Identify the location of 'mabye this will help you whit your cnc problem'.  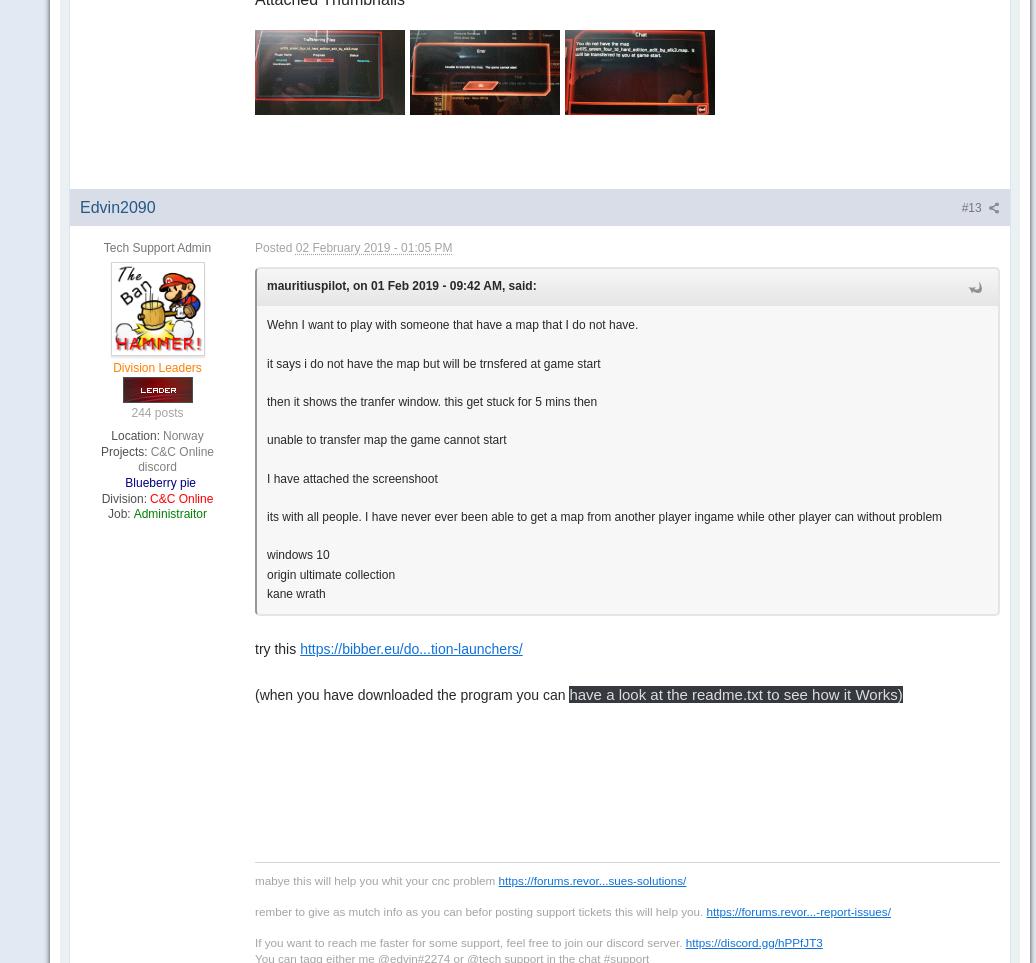
(376, 878).